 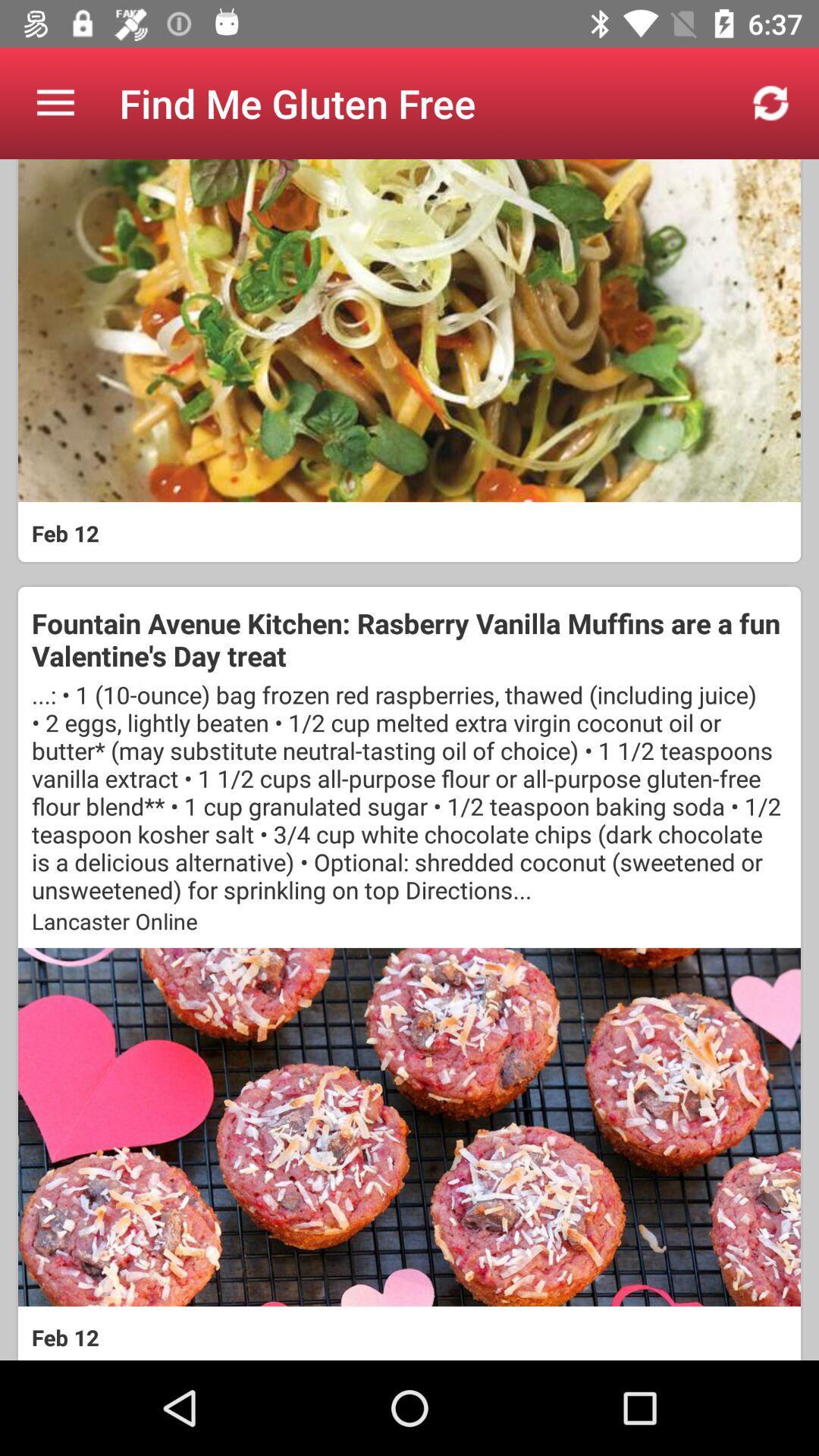 What do you see at coordinates (55, 102) in the screenshot?
I see `icon to the left of find me gluten item` at bounding box center [55, 102].